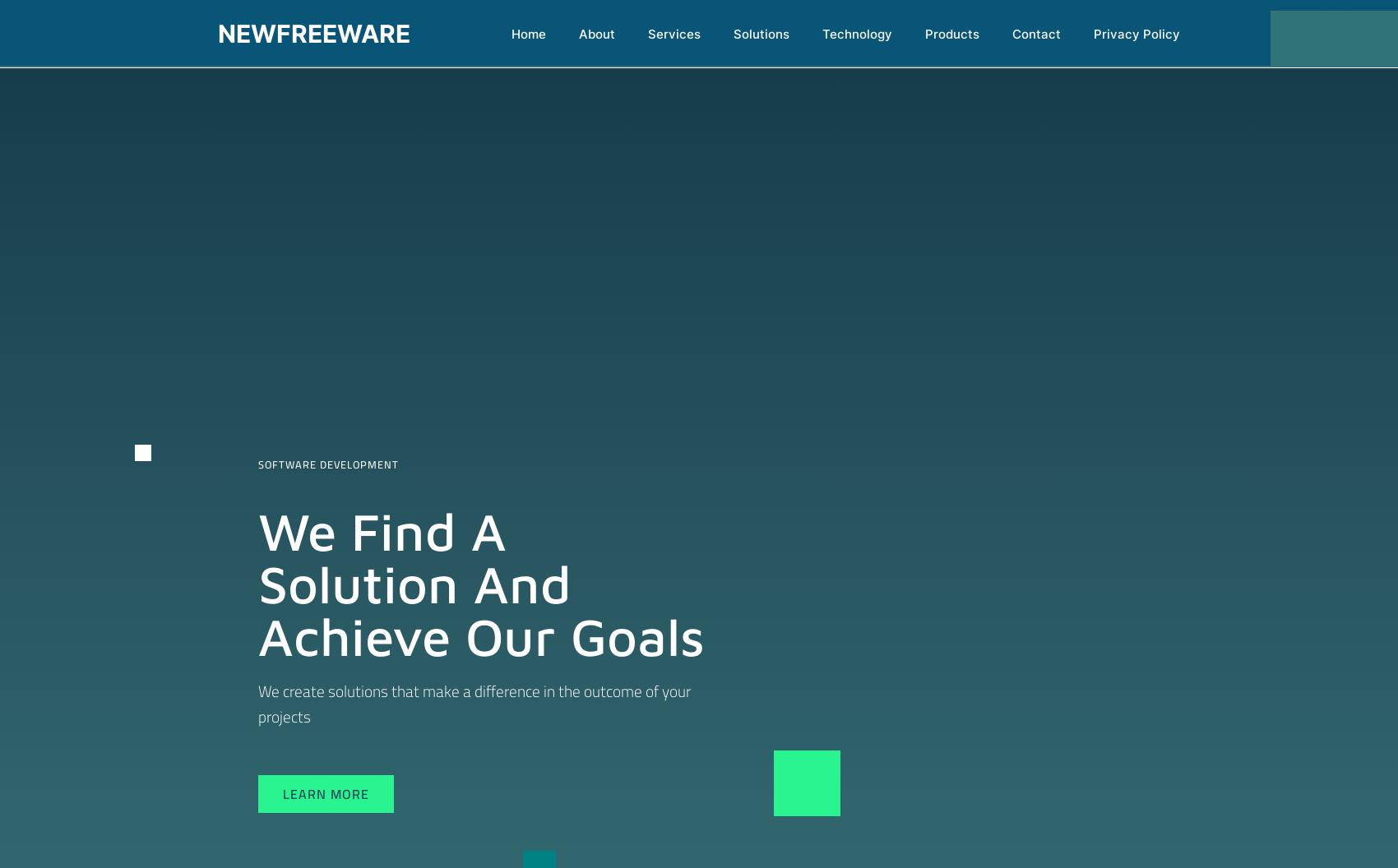  I want to click on 'NEWFREEWARE', so click(312, 33).